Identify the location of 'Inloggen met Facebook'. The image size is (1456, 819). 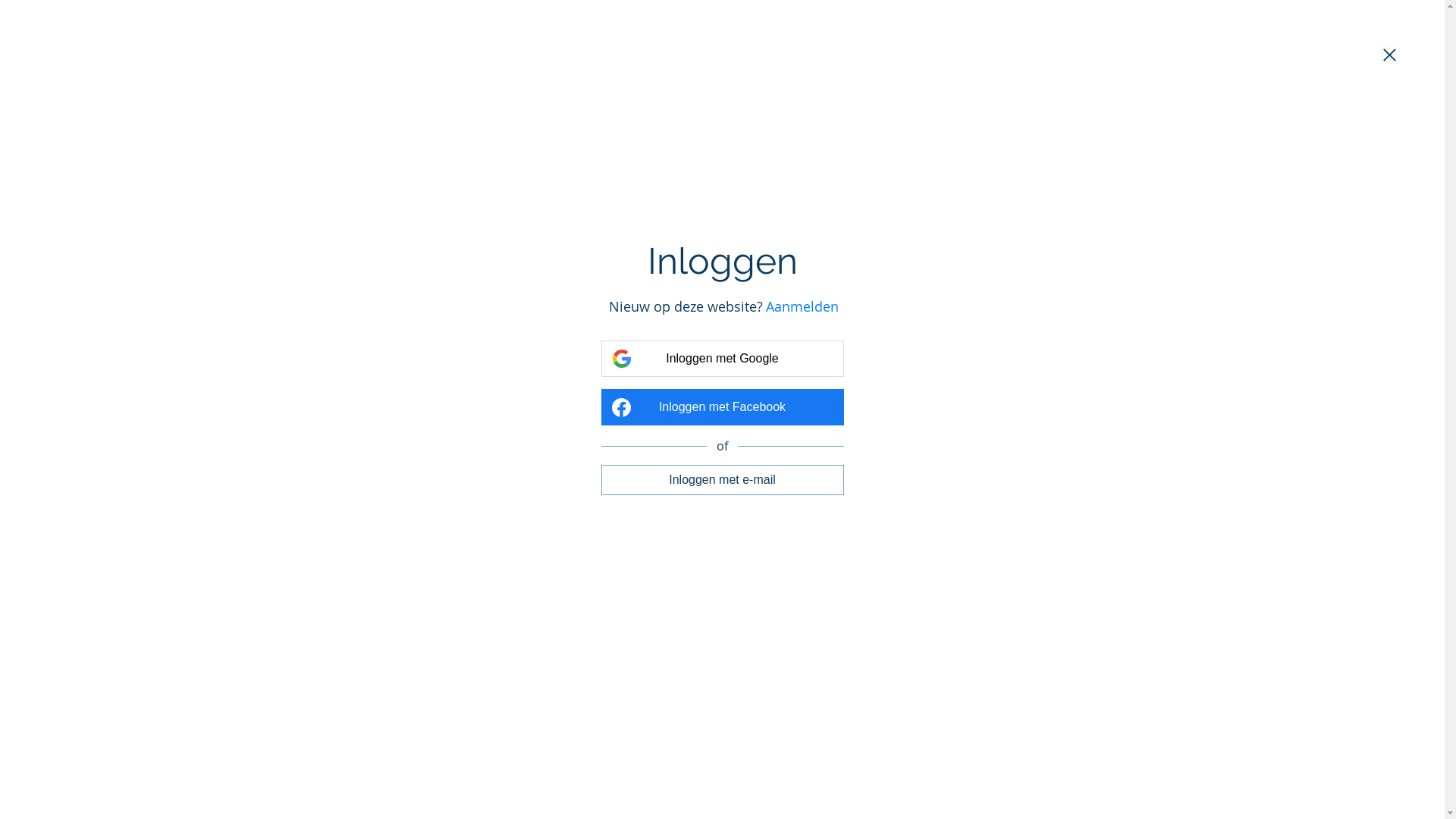
(720, 406).